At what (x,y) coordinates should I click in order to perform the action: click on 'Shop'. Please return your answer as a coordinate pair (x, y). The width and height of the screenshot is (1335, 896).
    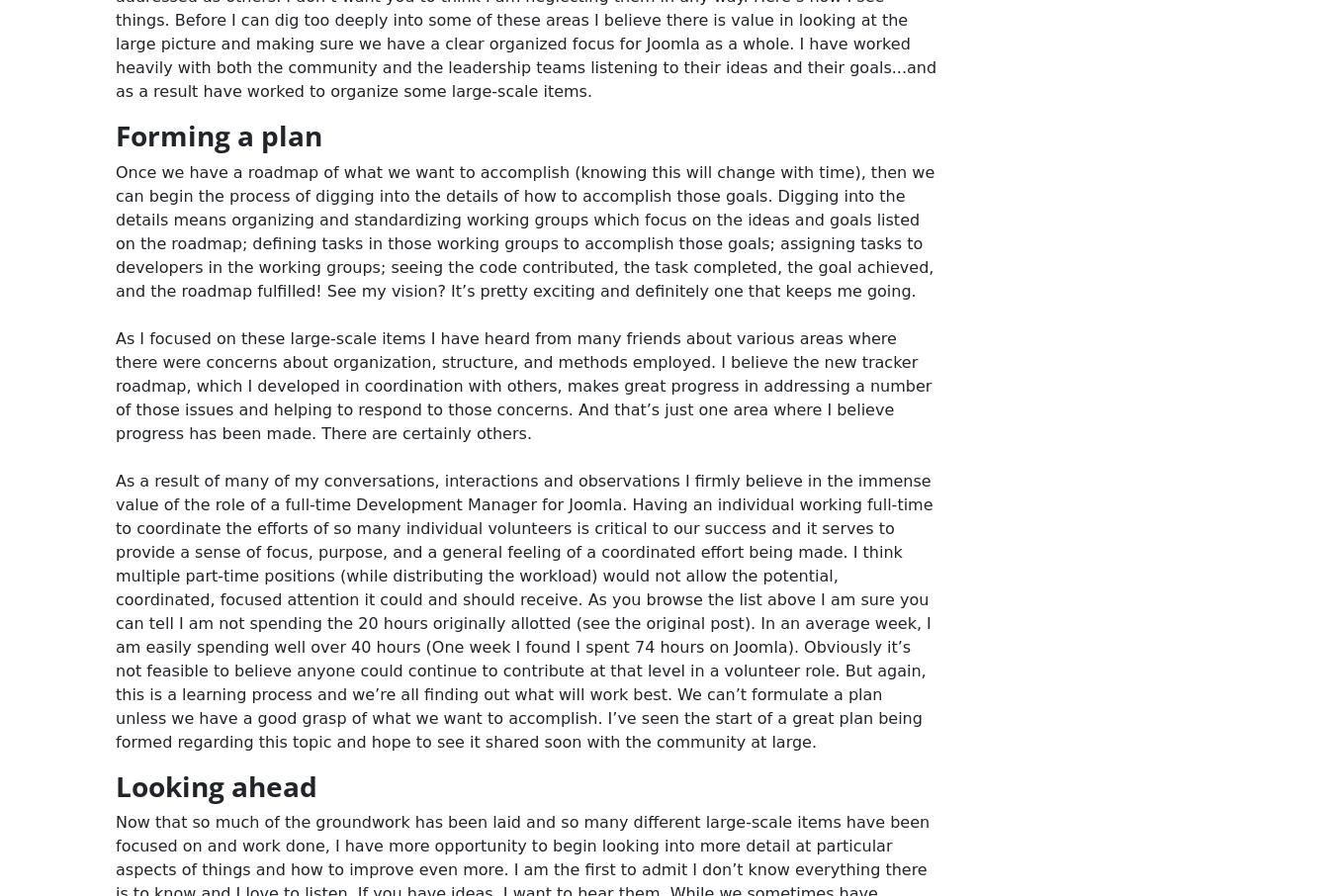
    Looking at the image, I should click on (983, 53).